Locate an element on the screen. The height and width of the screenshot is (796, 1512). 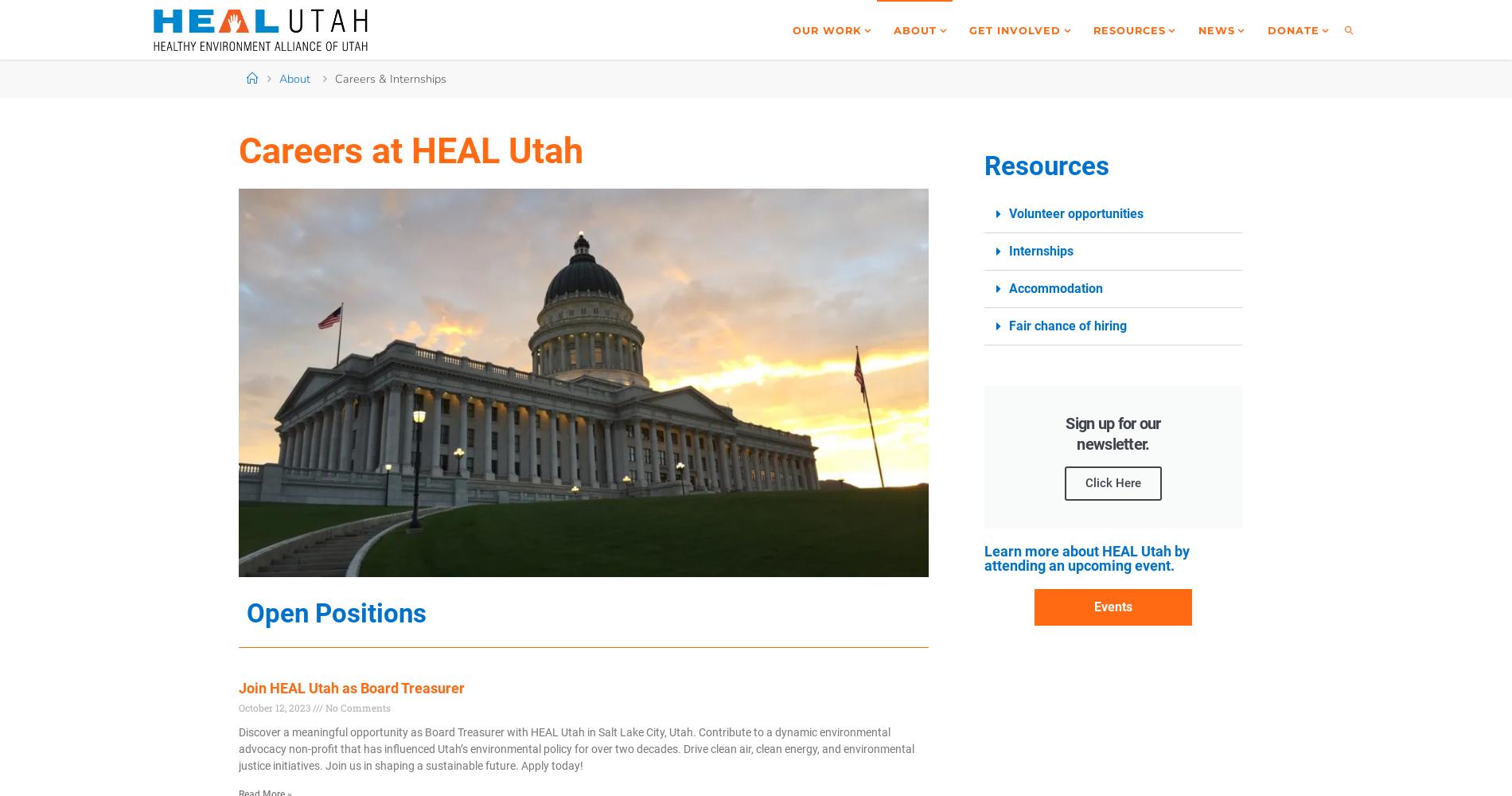
'Open Positions' is located at coordinates (246, 613).